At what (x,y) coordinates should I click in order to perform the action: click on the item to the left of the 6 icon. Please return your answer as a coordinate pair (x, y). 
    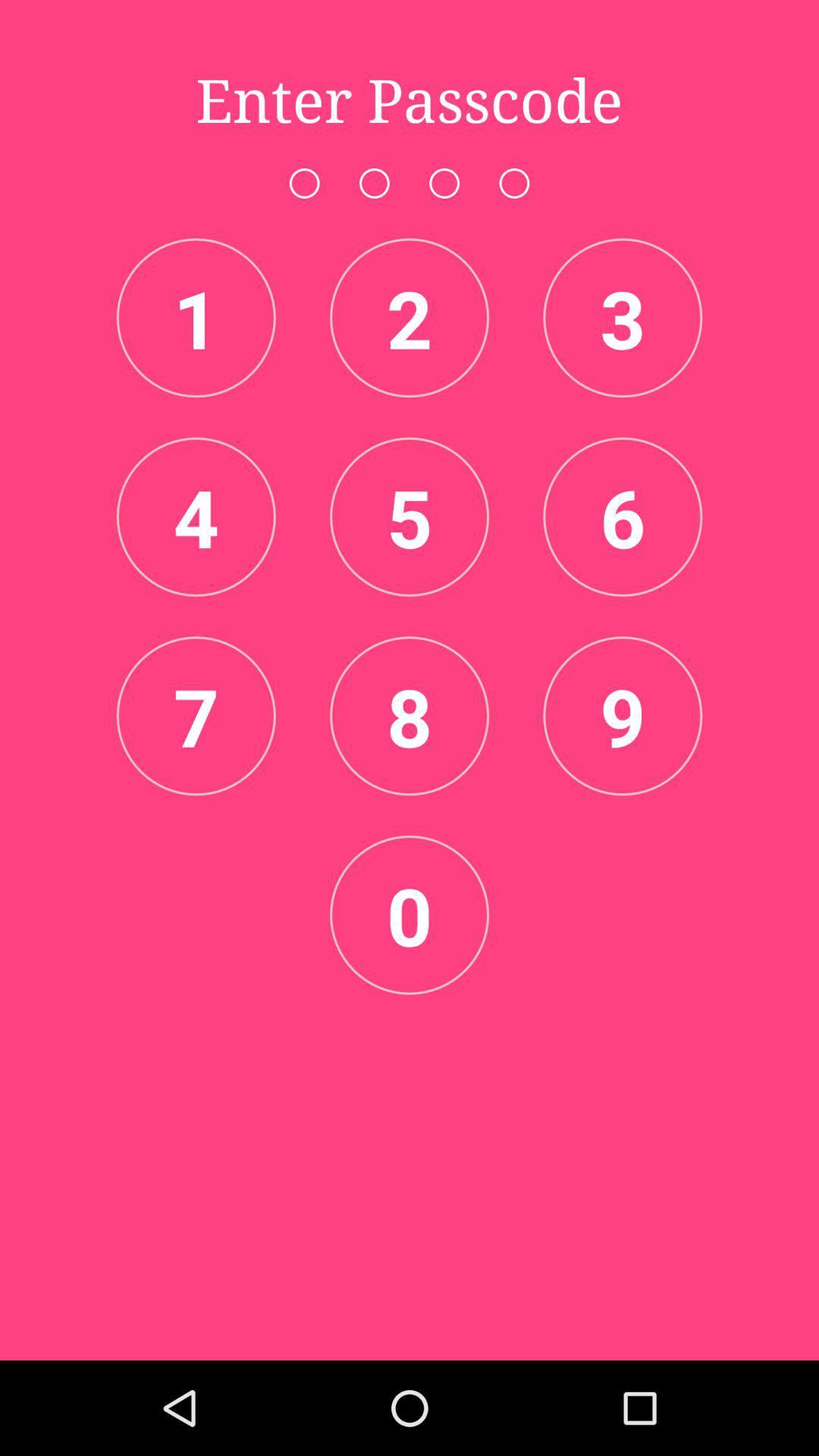
    Looking at the image, I should click on (409, 516).